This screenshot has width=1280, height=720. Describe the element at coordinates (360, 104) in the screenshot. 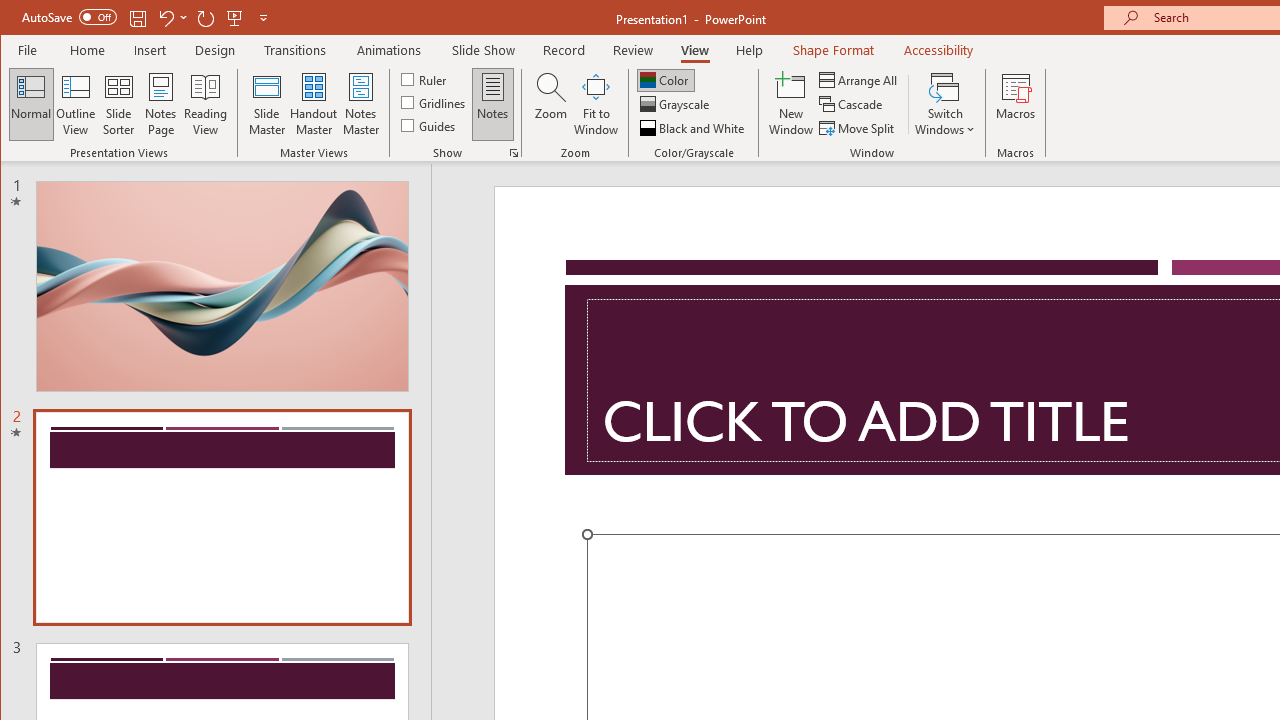

I see `'Notes Master'` at that location.